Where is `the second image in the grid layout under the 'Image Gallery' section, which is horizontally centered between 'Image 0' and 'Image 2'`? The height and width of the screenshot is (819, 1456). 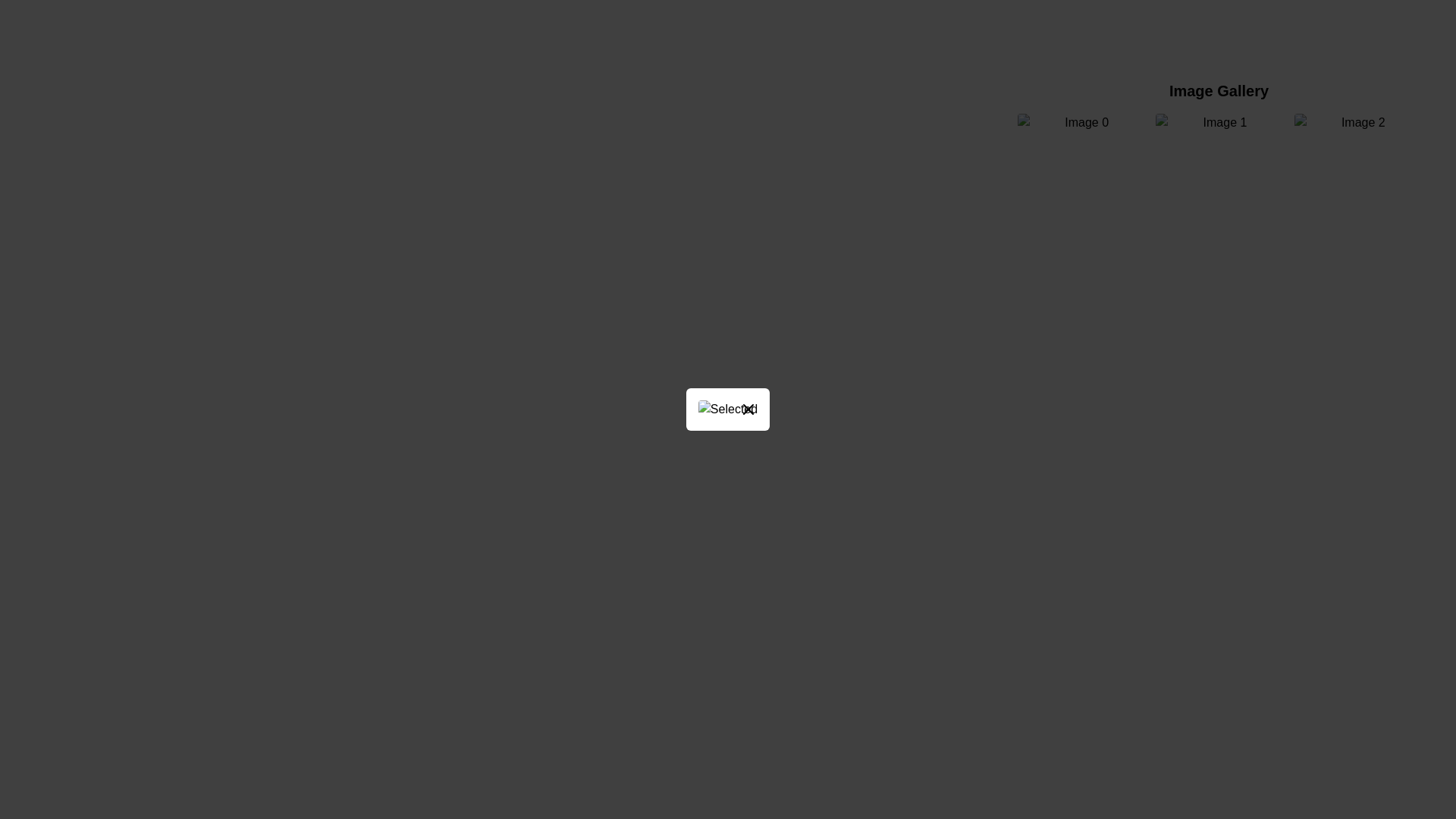
the second image in the grid layout under the 'Image Gallery' section, which is horizontally centered between 'Image 0' and 'Image 2' is located at coordinates (1219, 122).